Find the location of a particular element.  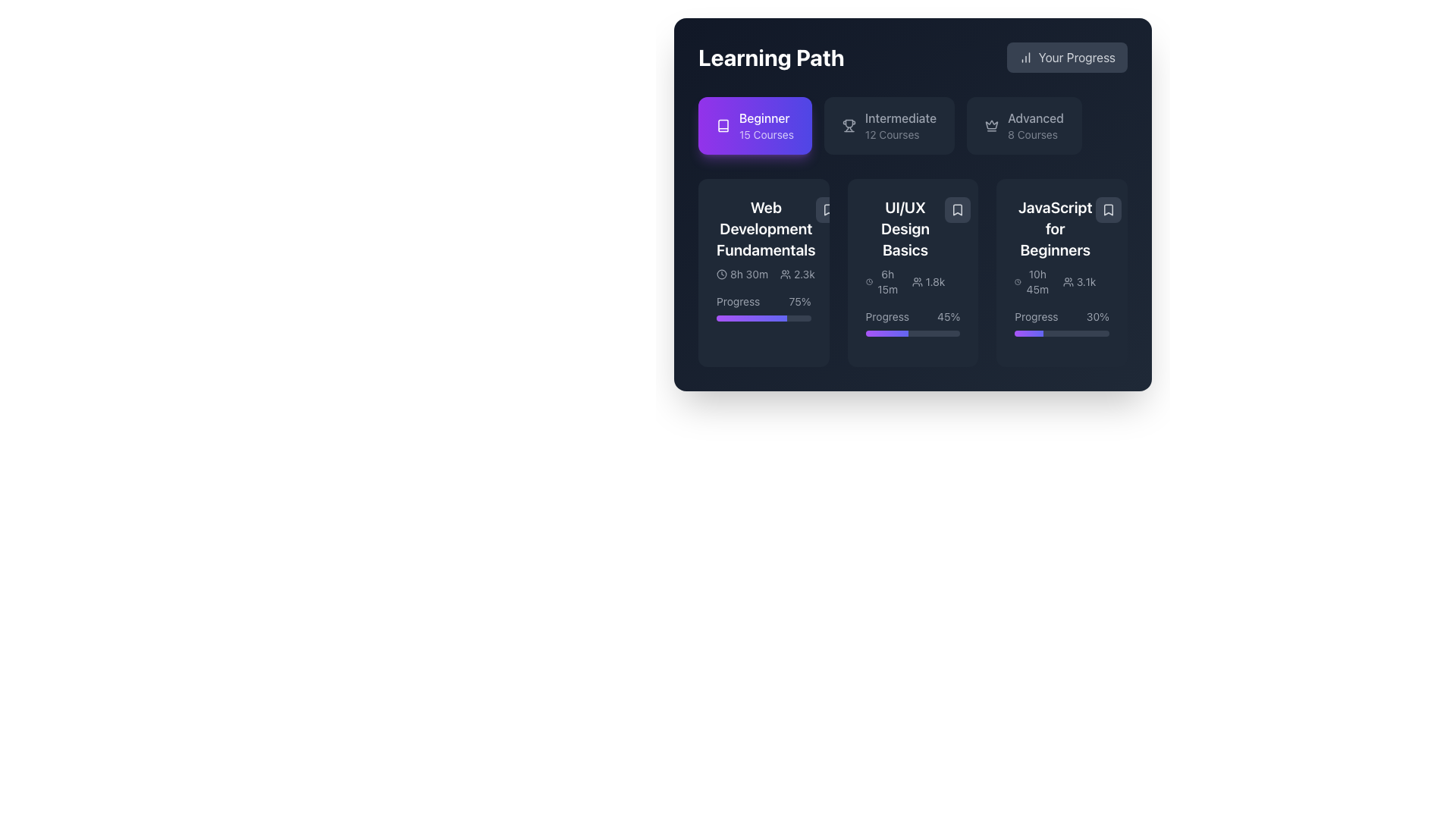

the bookmark icon in the top-right corner of the 'JavaScript for Beginners' card to bookmark the item is located at coordinates (1109, 210).